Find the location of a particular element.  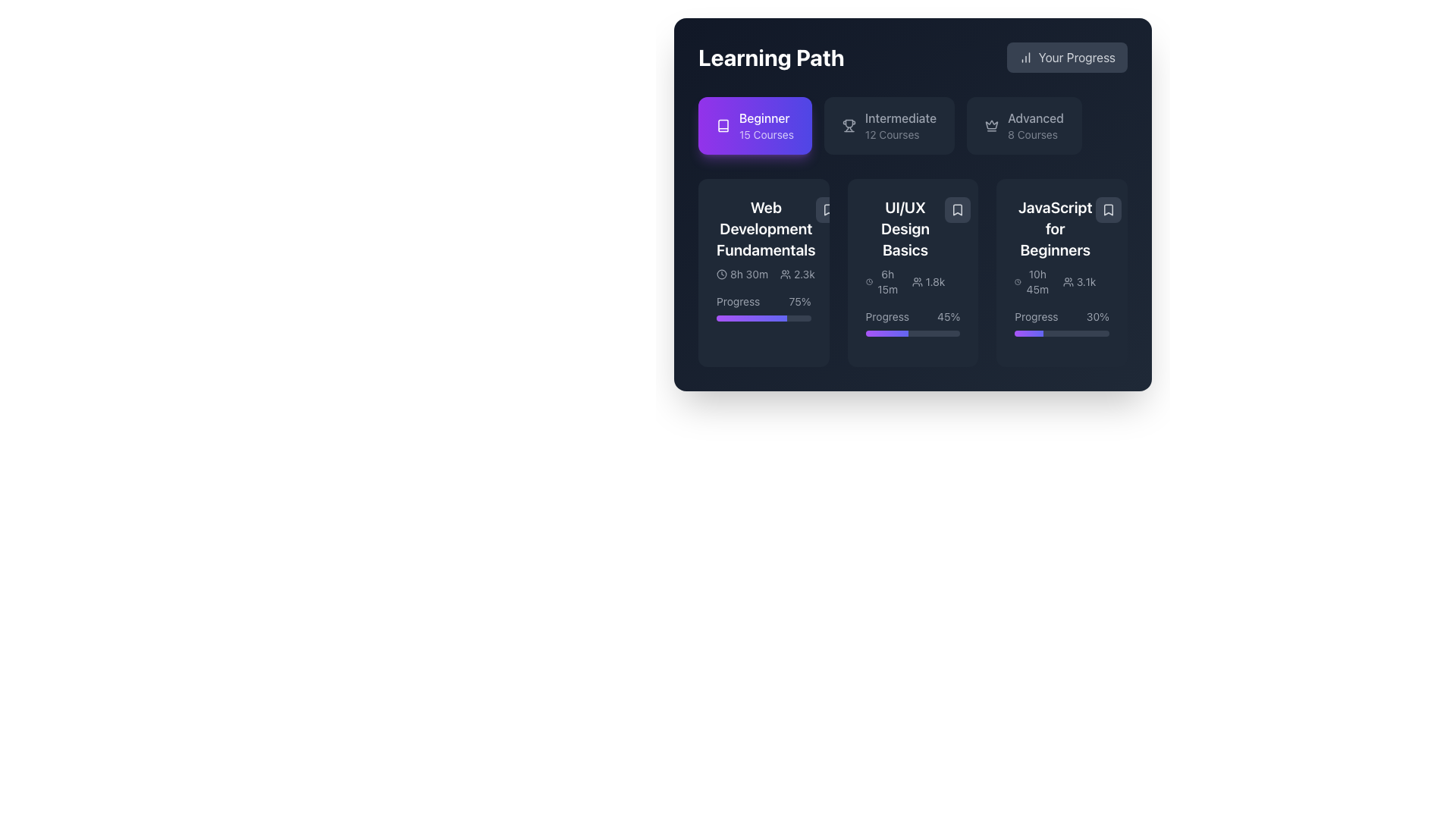

the bookmark icon in the top-right corner of the 'JavaScript for Beginners' card to bookmark the item is located at coordinates (1109, 210).